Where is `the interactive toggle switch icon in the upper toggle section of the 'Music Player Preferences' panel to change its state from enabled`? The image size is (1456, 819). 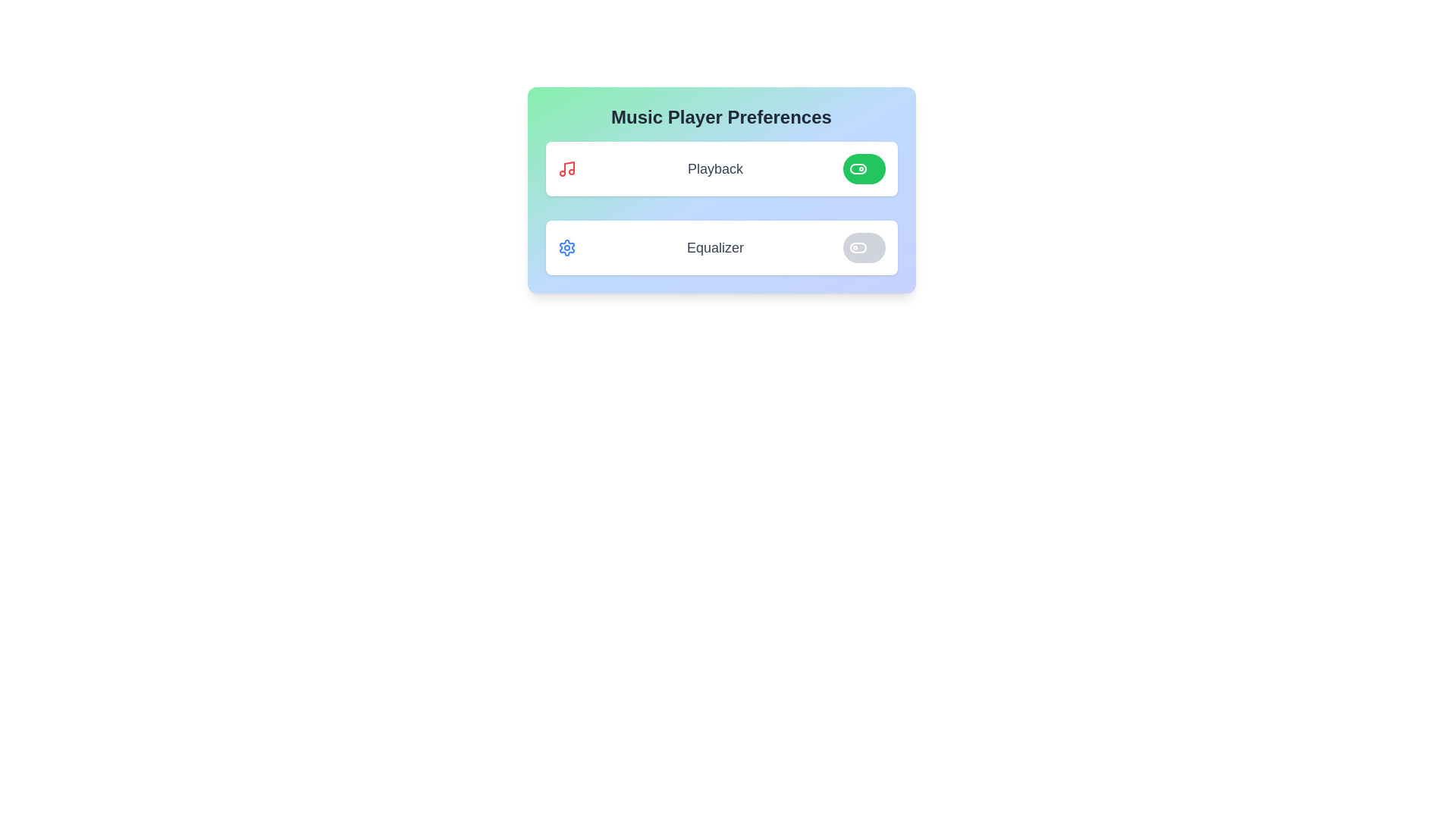
the interactive toggle switch icon in the upper toggle section of the 'Music Player Preferences' panel to change its state from enabled is located at coordinates (858, 169).